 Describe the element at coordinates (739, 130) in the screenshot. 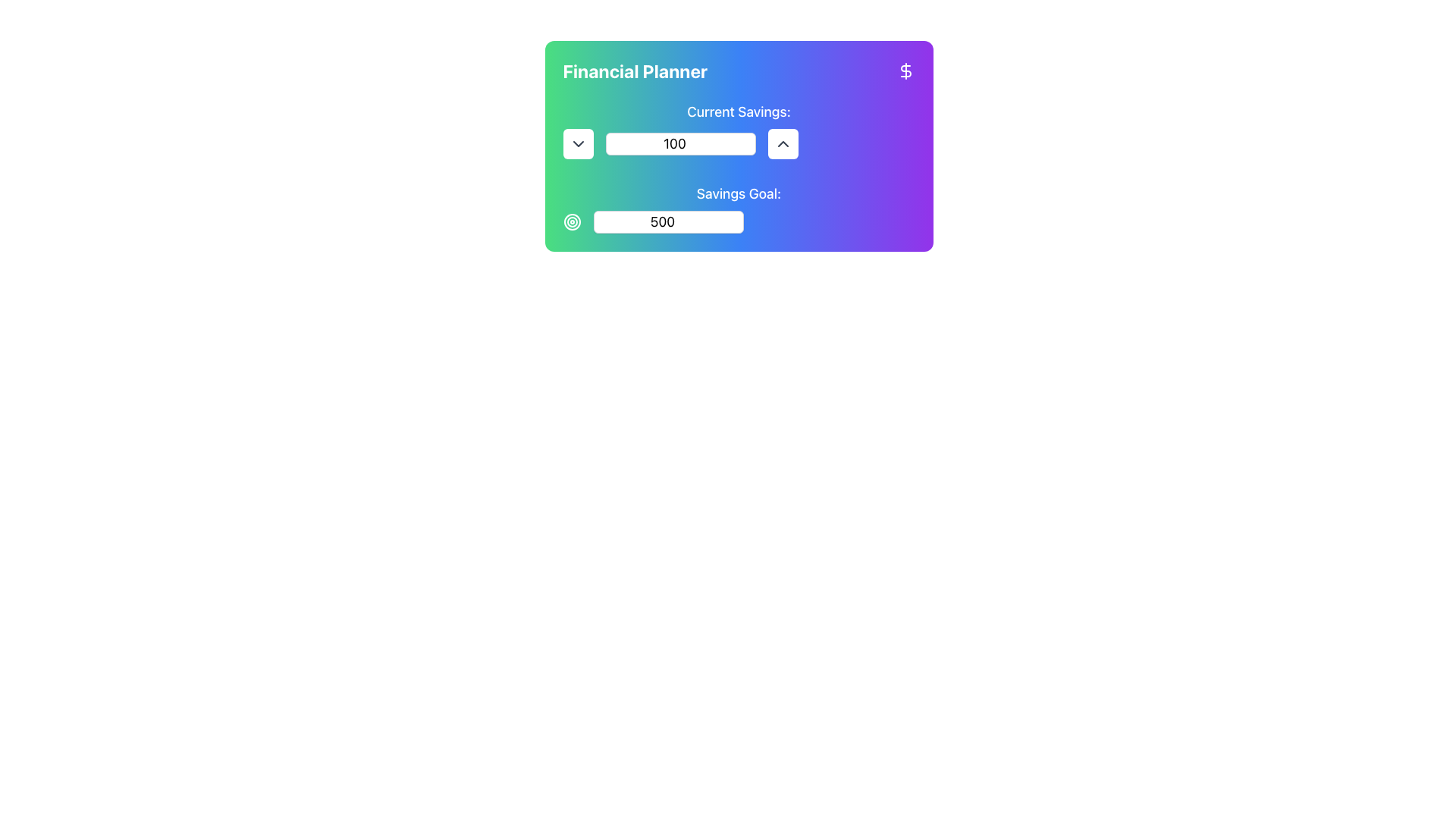

I see `text from the label that describes the input field for entering the current savings amount, located centrally above the input field in the top section of a gradient background box` at that location.